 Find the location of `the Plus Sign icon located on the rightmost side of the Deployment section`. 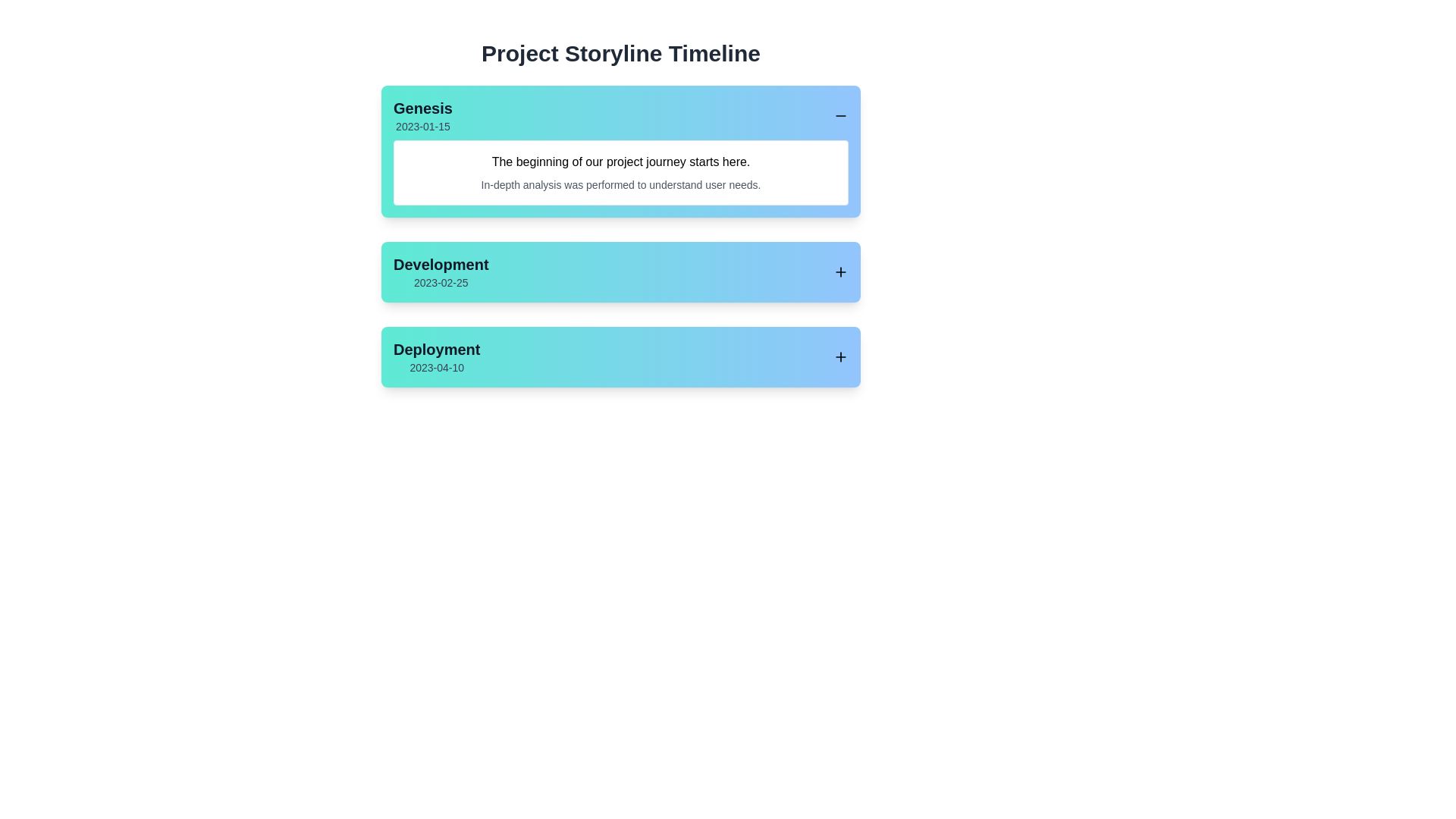

the Plus Sign icon located on the rightmost side of the Deployment section is located at coordinates (839, 356).